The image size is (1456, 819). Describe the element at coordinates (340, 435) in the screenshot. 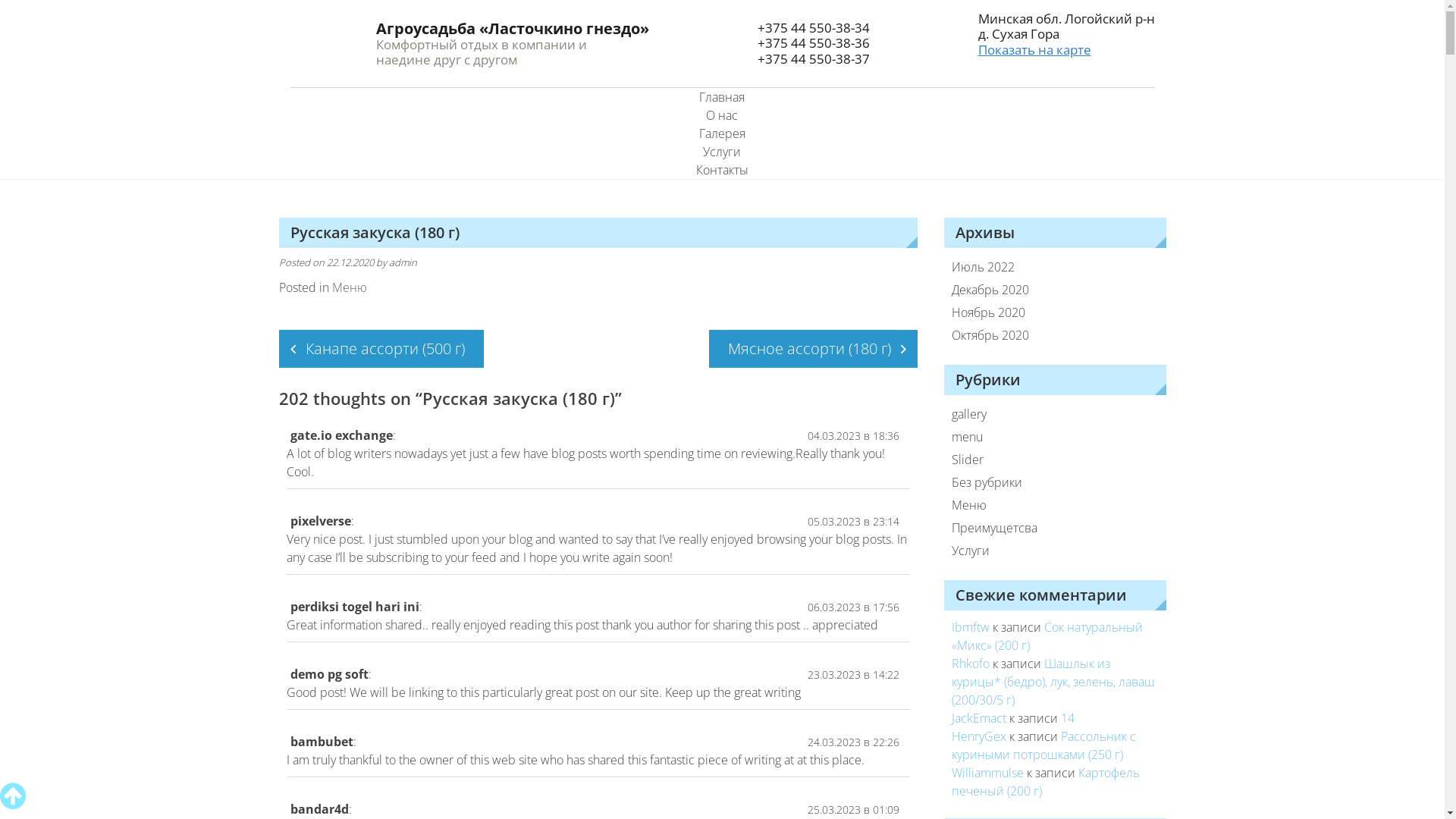

I see `'gate.io exchange'` at that location.